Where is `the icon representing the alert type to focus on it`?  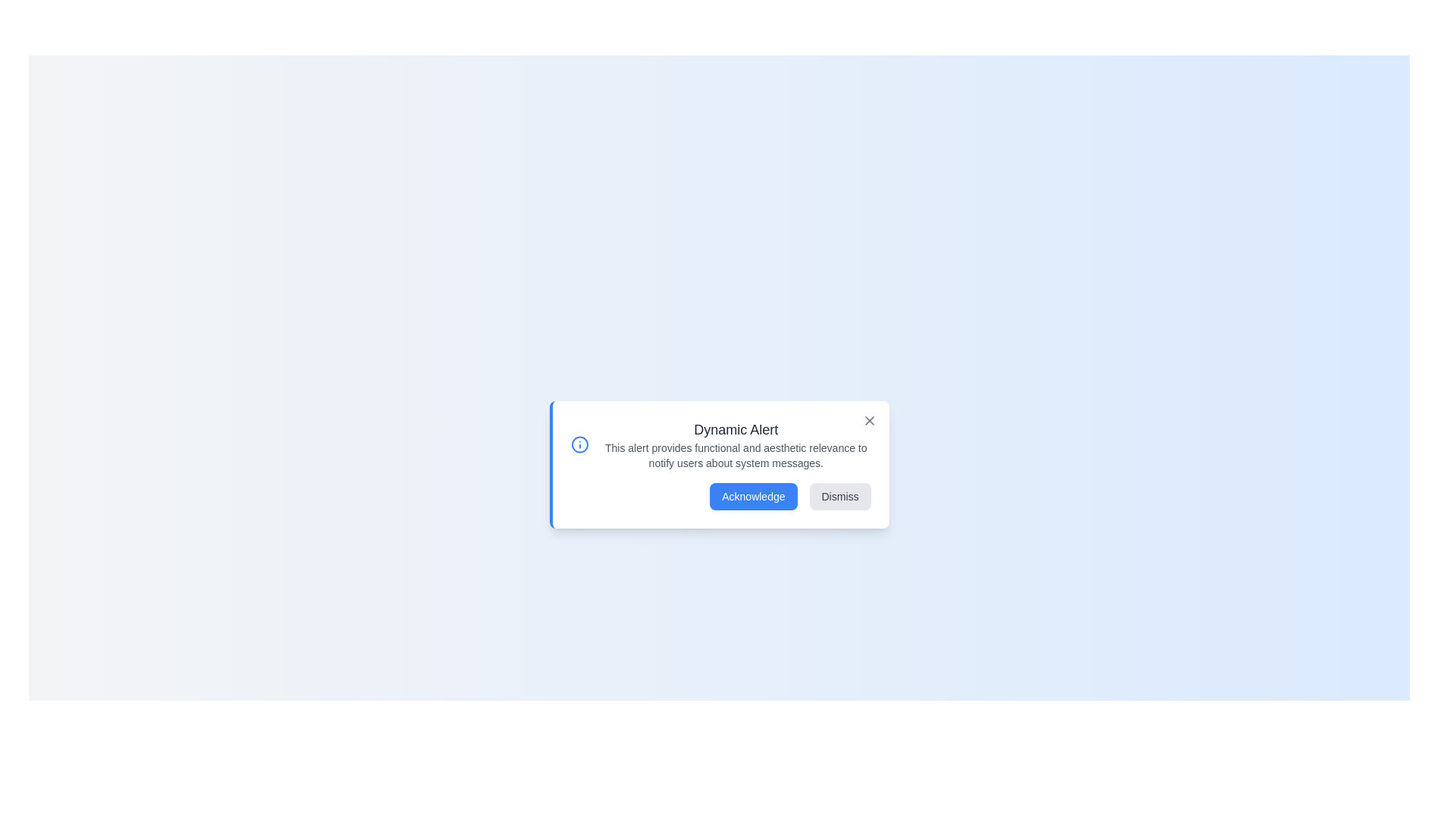
the icon representing the alert type to focus on it is located at coordinates (578, 444).